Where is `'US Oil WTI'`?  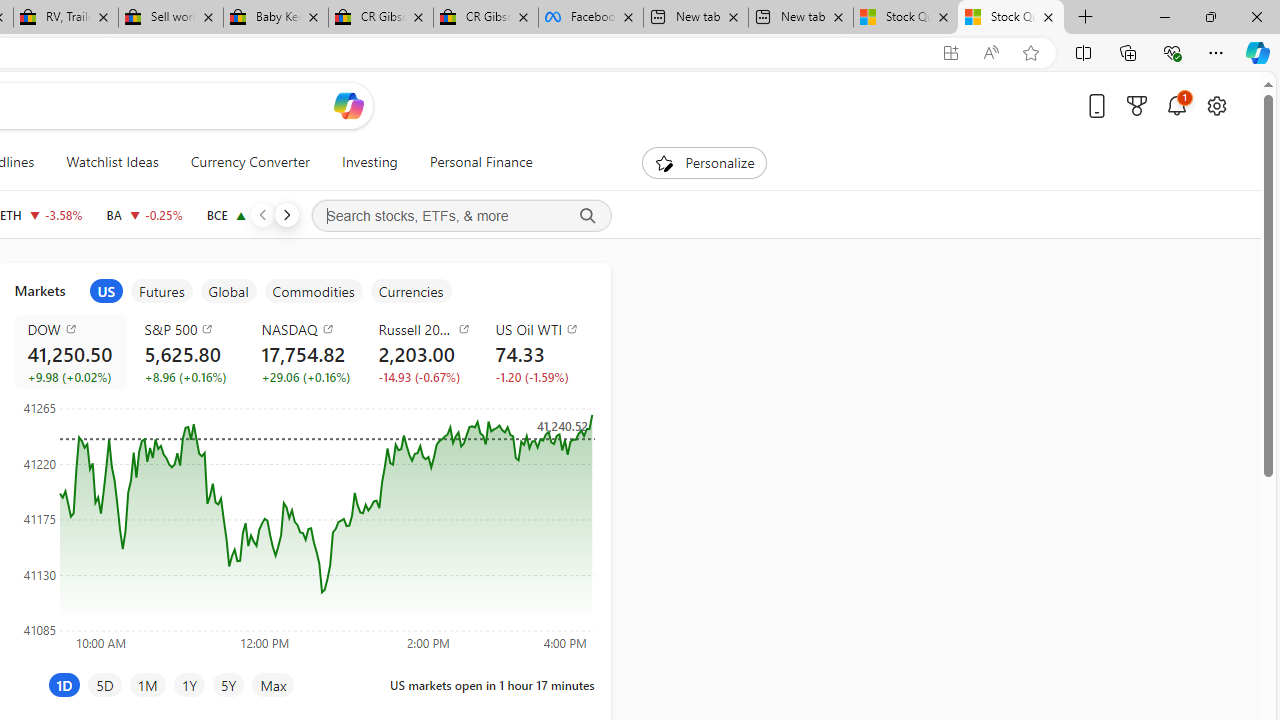
'US Oil WTI' is located at coordinates (542, 328).